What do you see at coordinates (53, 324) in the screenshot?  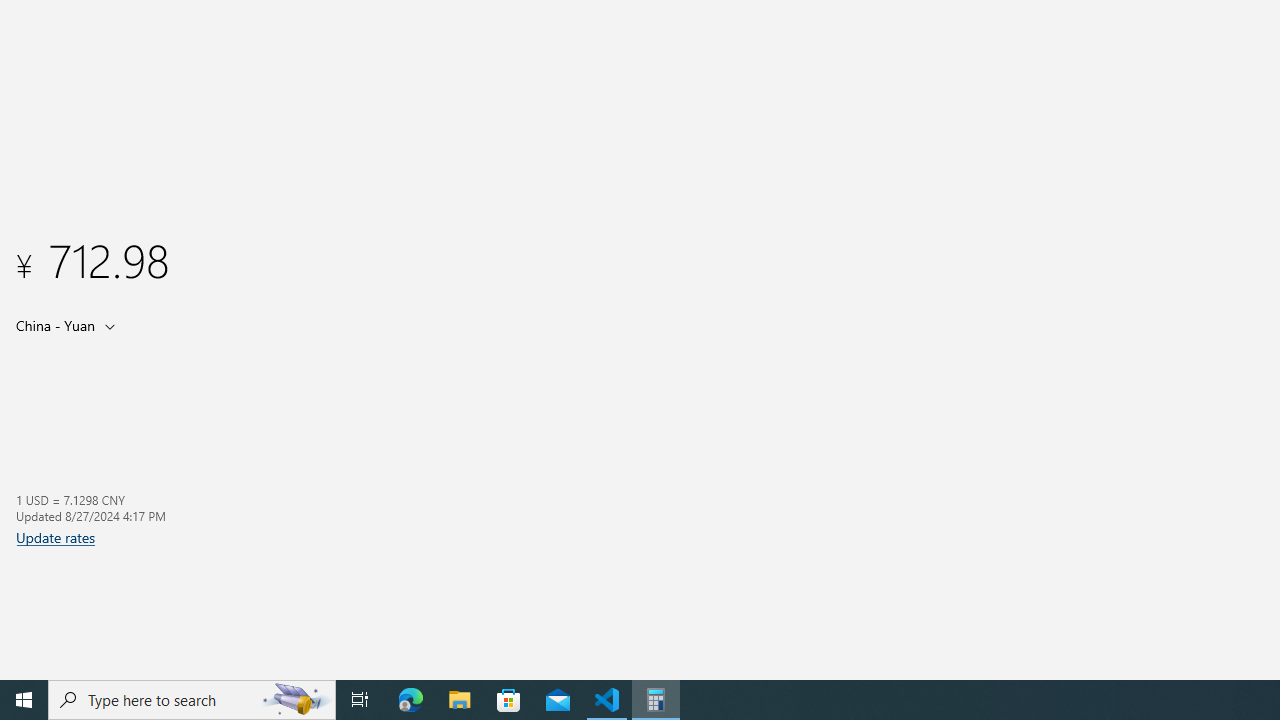 I see `'China Yuan'` at bounding box center [53, 324].